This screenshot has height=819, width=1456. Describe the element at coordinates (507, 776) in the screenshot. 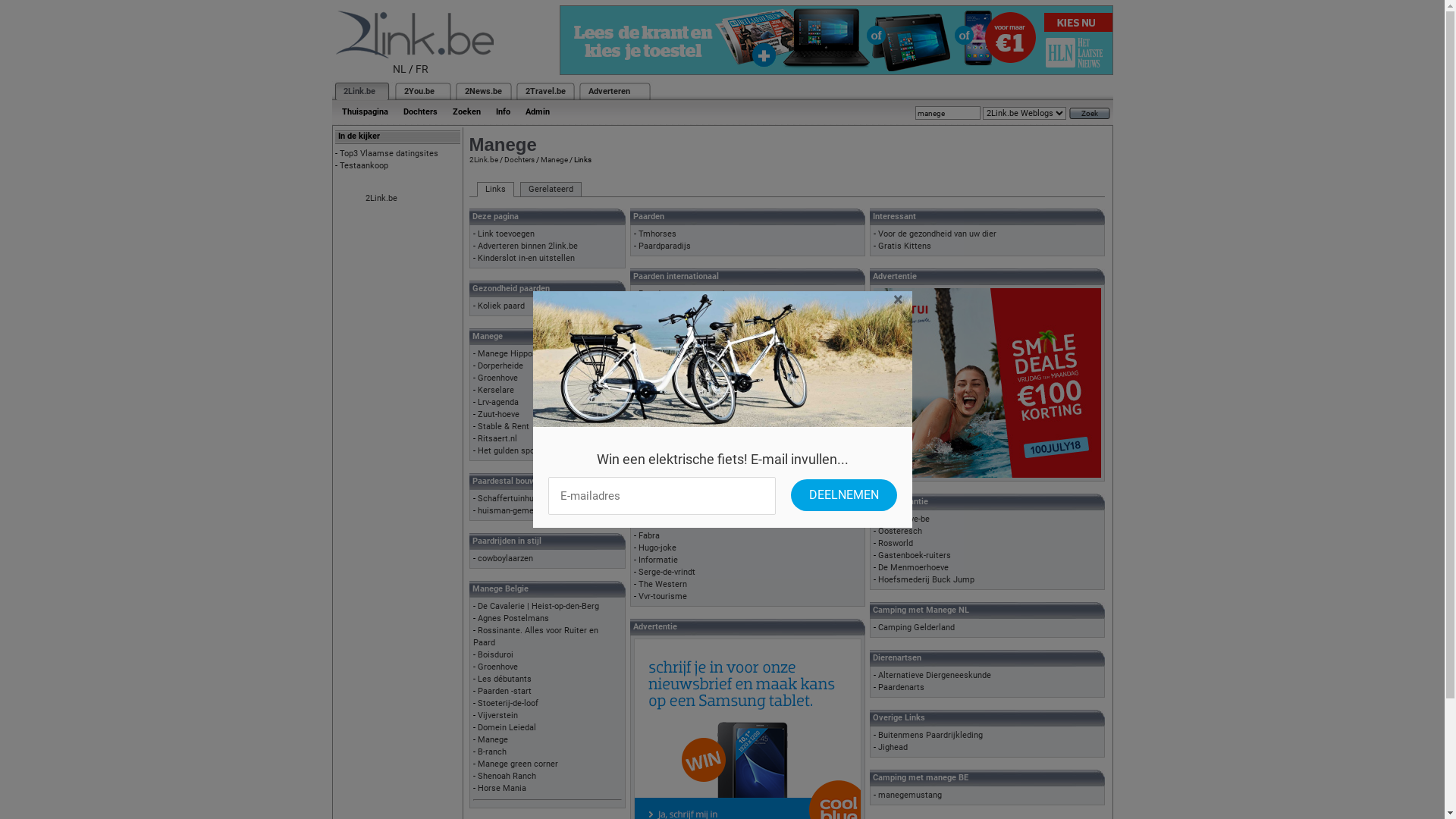

I see `'Shenoah Ranch'` at that location.